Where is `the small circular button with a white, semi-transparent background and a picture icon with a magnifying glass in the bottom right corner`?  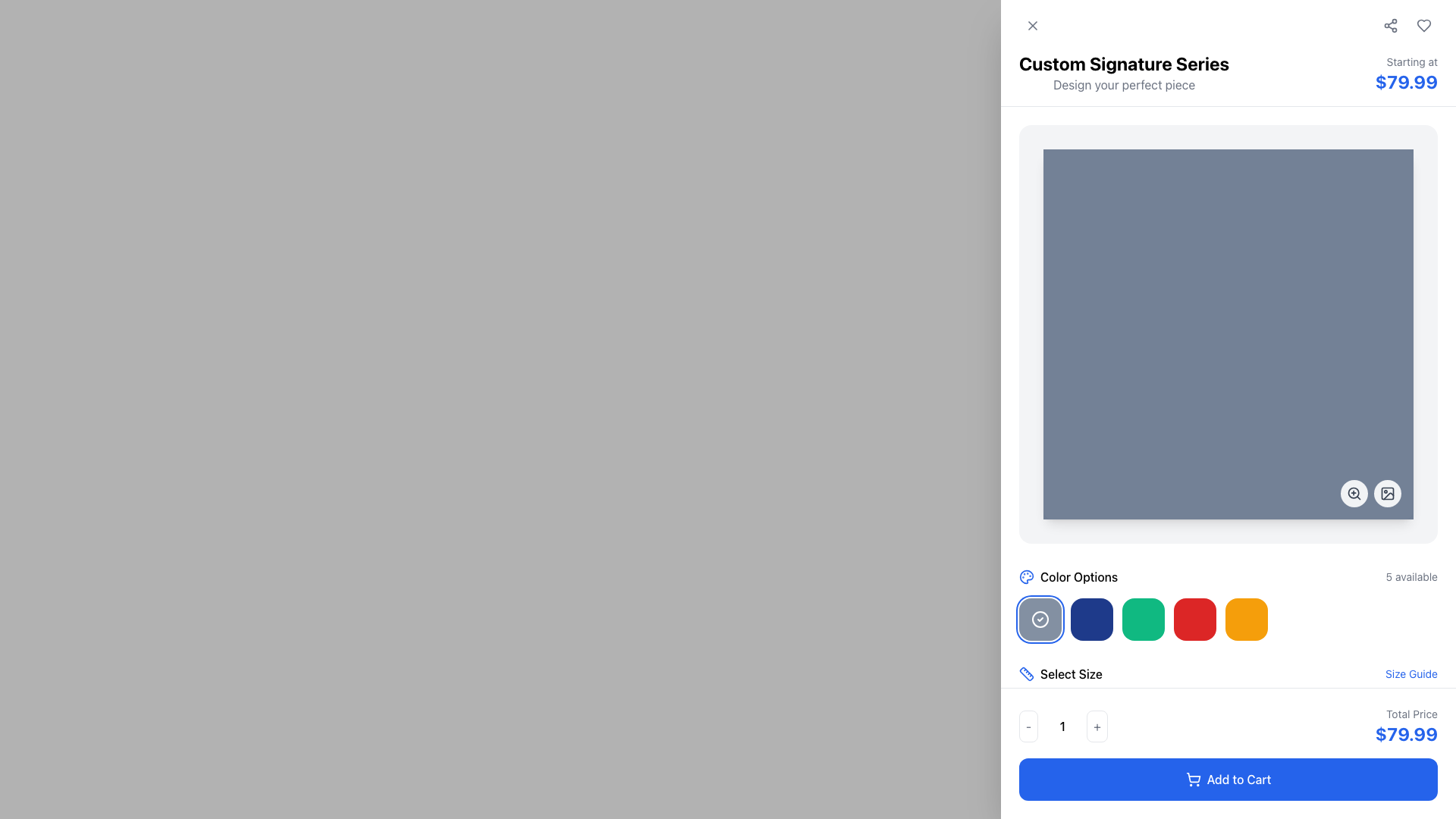 the small circular button with a white, semi-transparent background and a picture icon with a magnifying glass in the bottom right corner is located at coordinates (1371, 494).